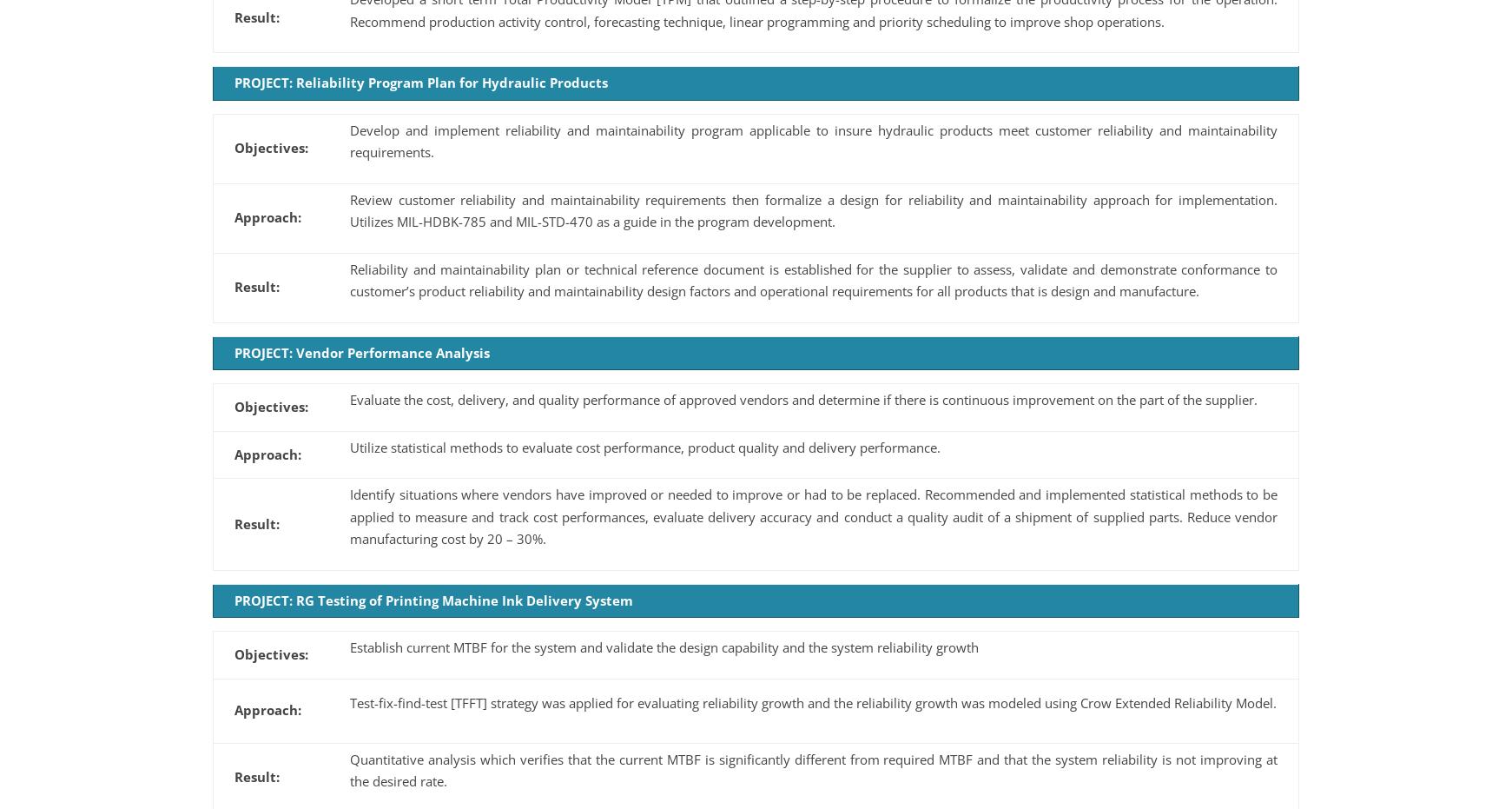 Image resolution: width=1512 pixels, height=809 pixels. I want to click on 'Establish current MTBF for the system and validate the design capability and the system reliability growth', so click(663, 647).